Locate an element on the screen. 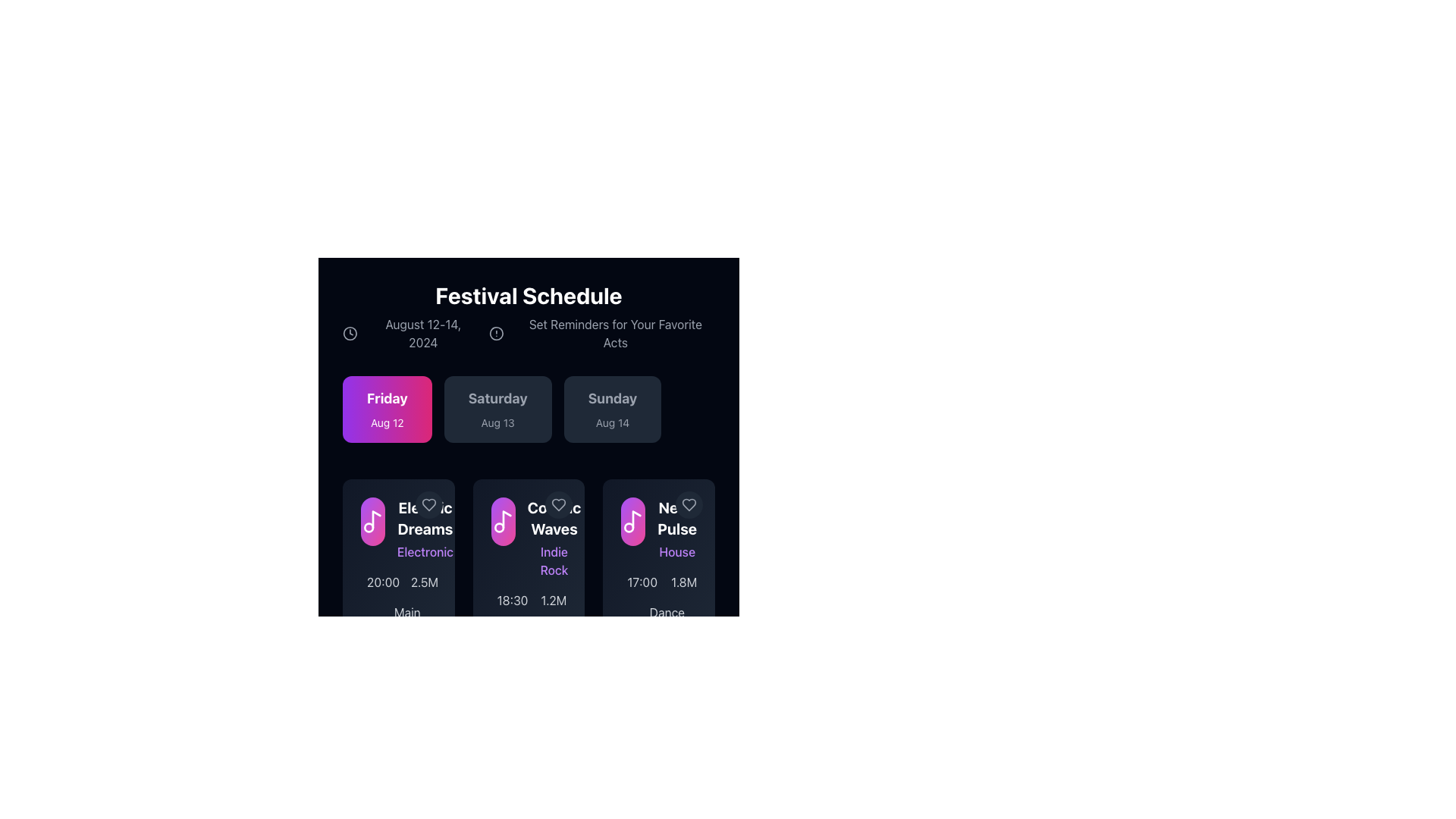 This screenshot has width=1456, height=819. the text label displaying '20:00' in light gray color, part of the schedule under the card titled 'Electronic Dreams' is located at coordinates (383, 581).